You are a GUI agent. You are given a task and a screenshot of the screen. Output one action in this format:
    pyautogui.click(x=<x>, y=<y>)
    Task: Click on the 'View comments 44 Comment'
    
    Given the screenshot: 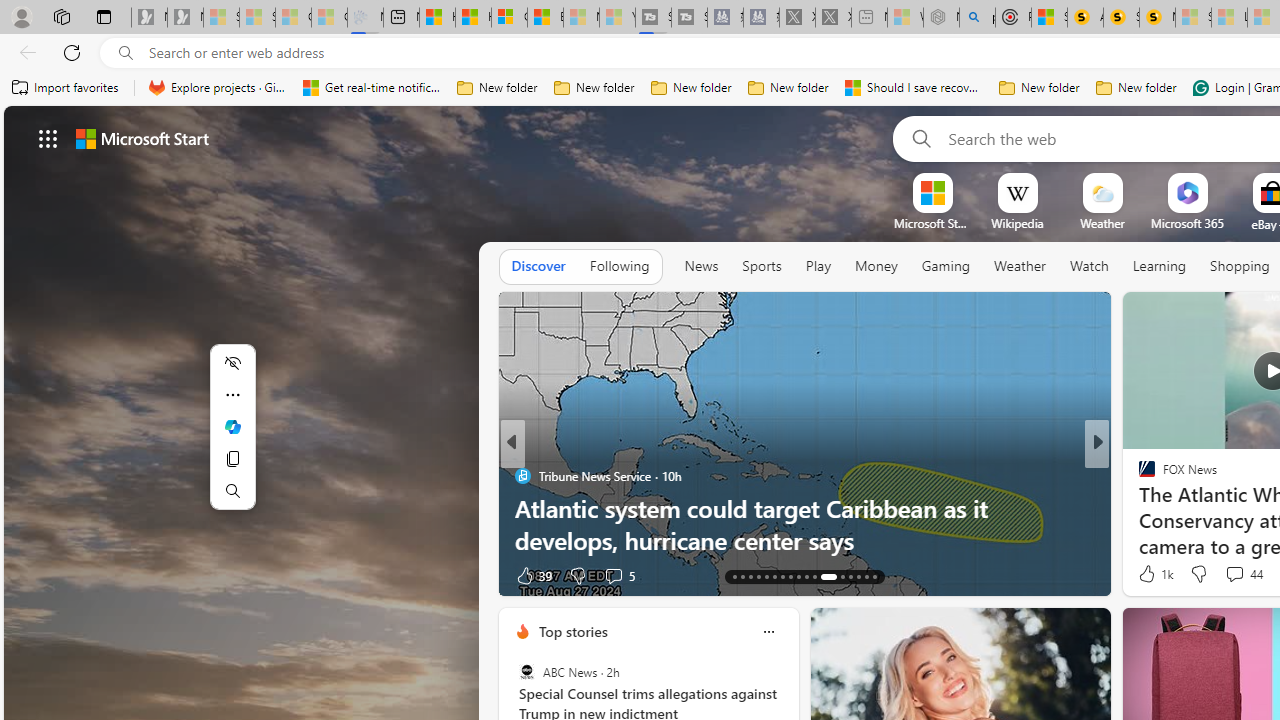 What is the action you would take?
    pyautogui.click(x=1242, y=574)
    